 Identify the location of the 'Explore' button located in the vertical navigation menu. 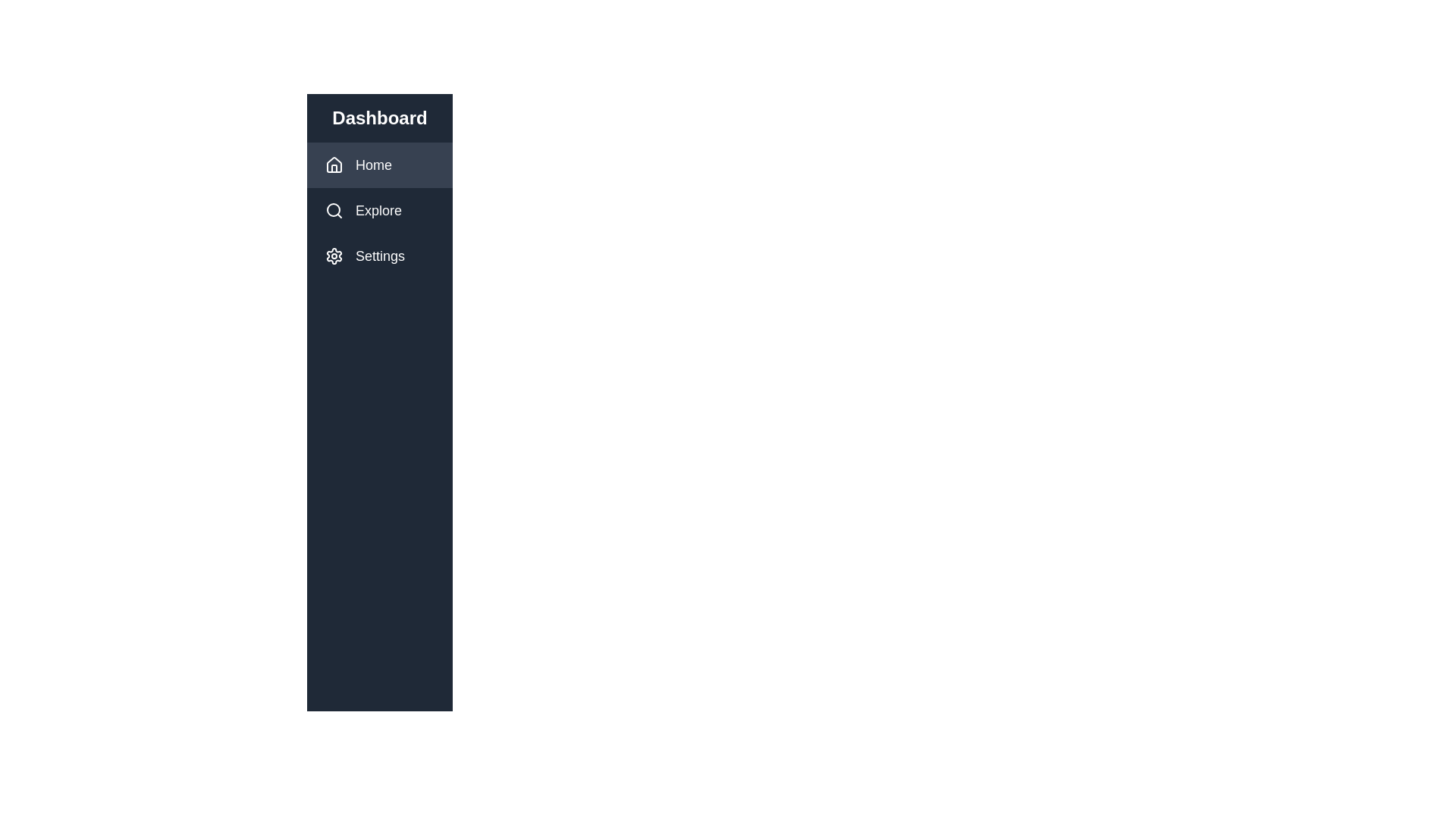
(379, 210).